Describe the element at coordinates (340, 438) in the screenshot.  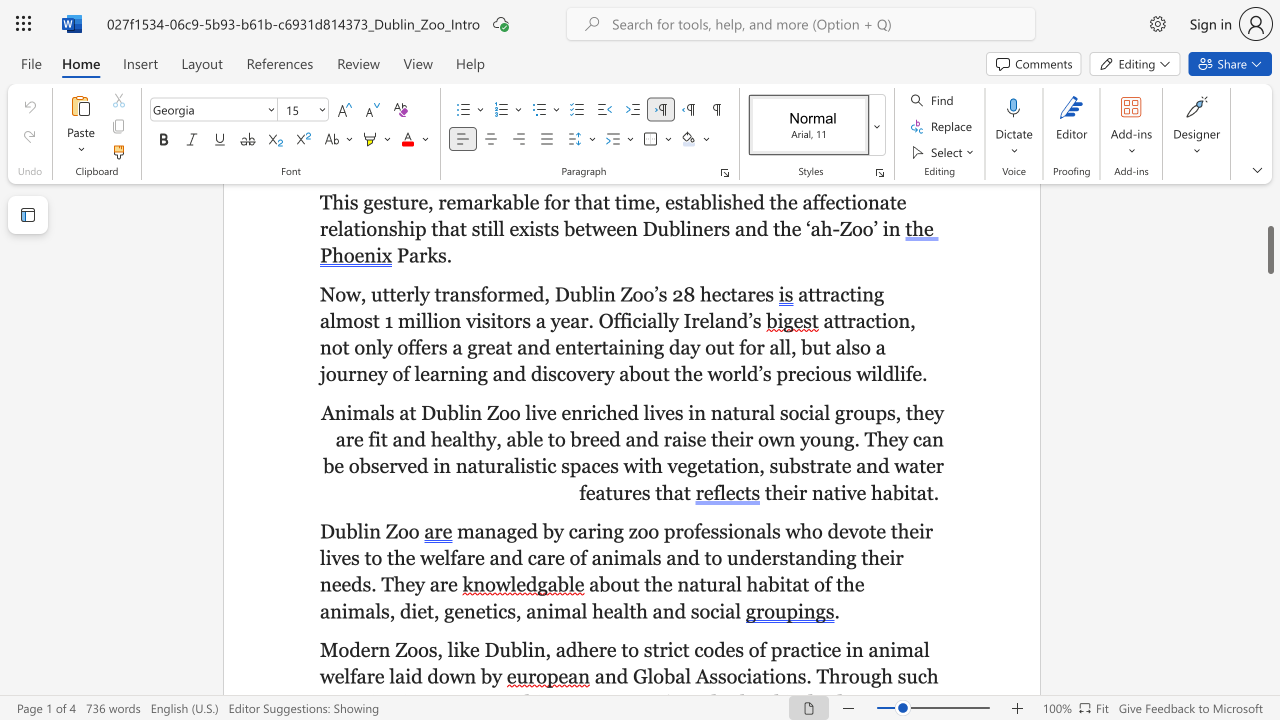
I see `the 6th character "a" in the text` at that location.